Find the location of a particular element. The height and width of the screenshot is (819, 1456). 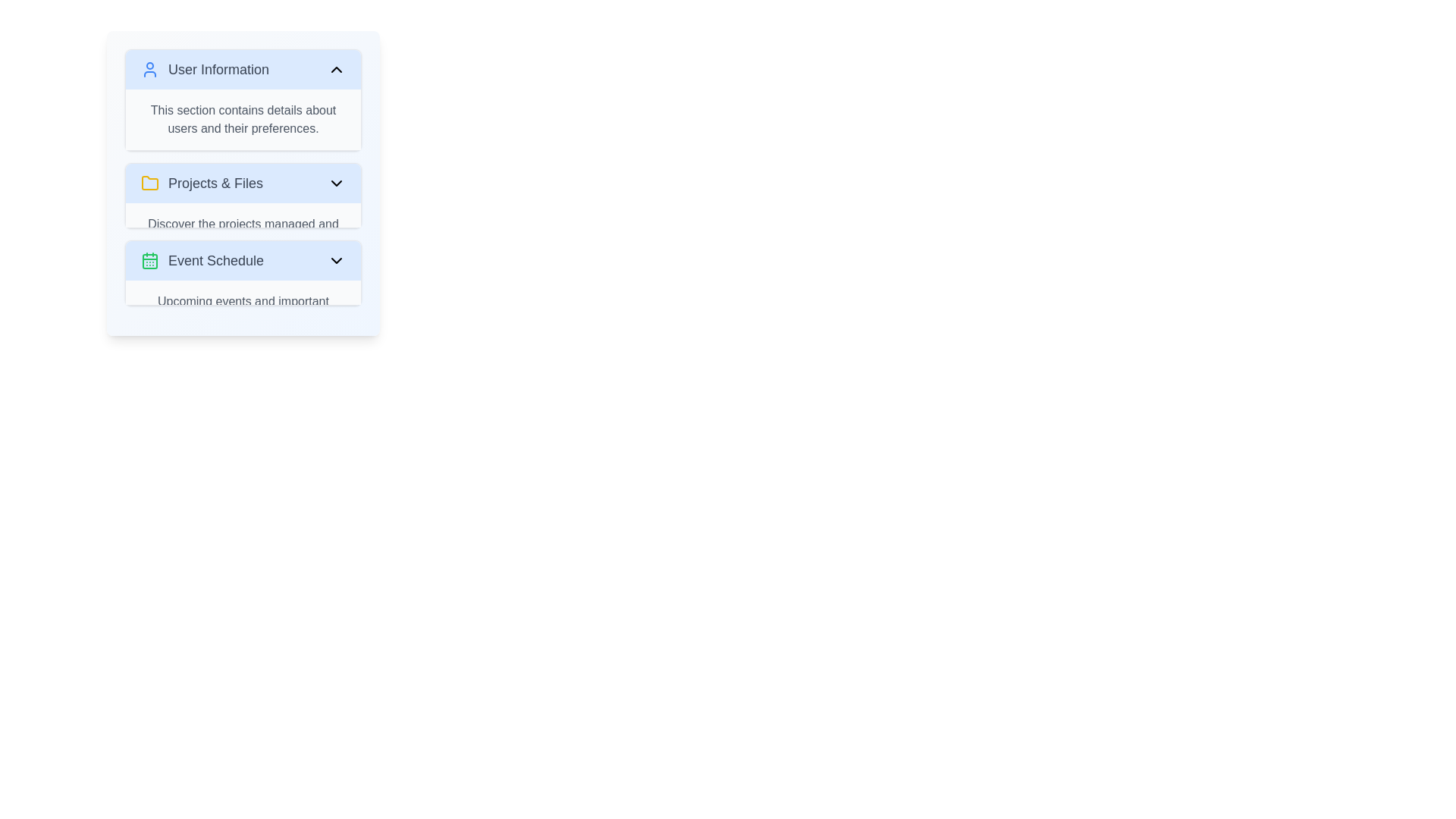

the 'Event Schedule' icon, which is an SVG depicting a calendar, located in the third section of the list is located at coordinates (149, 259).